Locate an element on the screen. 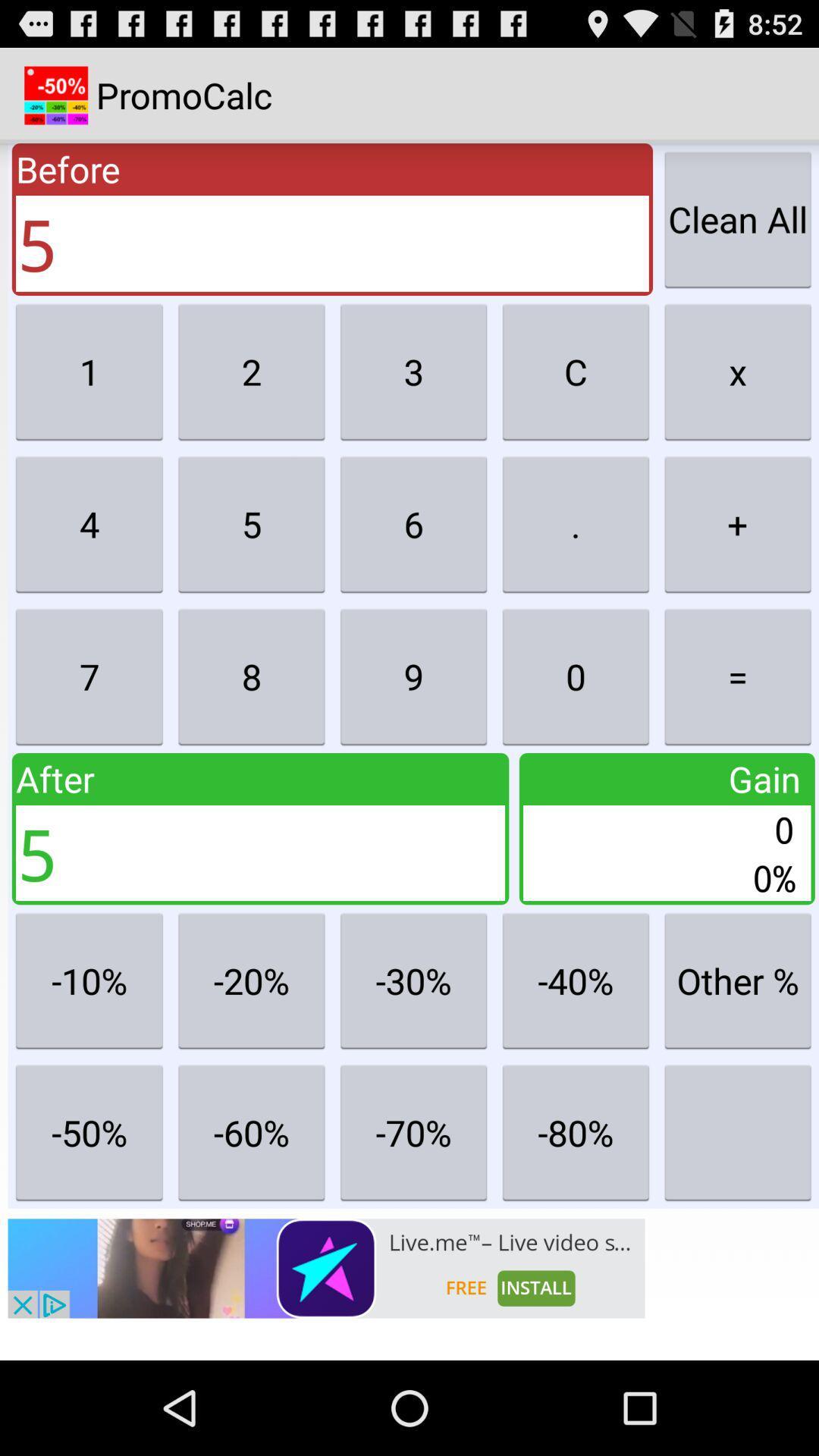 The height and width of the screenshot is (1456, 819). the number next to 9 is located at coordinates (576, 676).